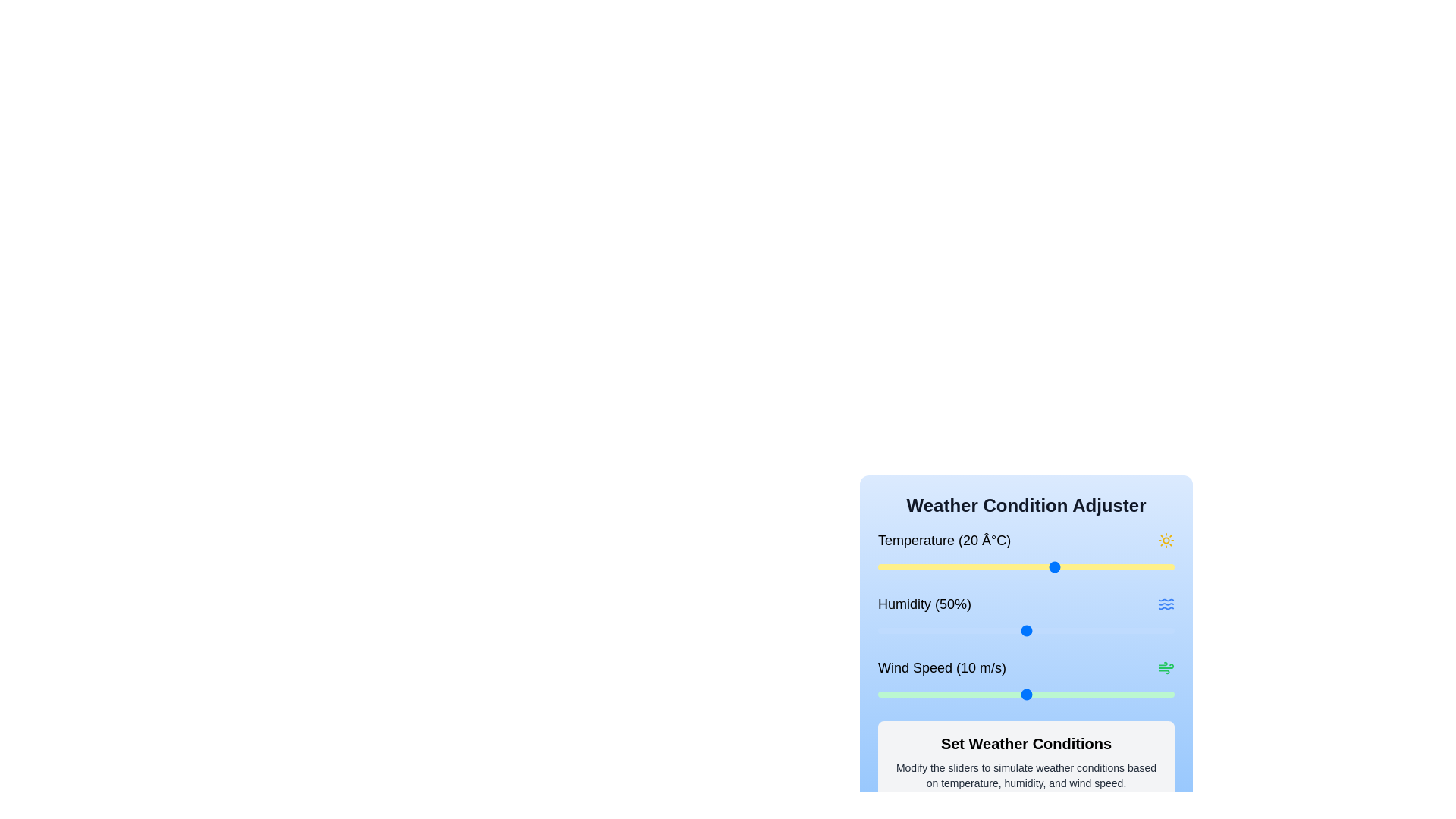  I want to click on the wind speed slider to set the wind speed to 14 m/s, so click(1084, 694).